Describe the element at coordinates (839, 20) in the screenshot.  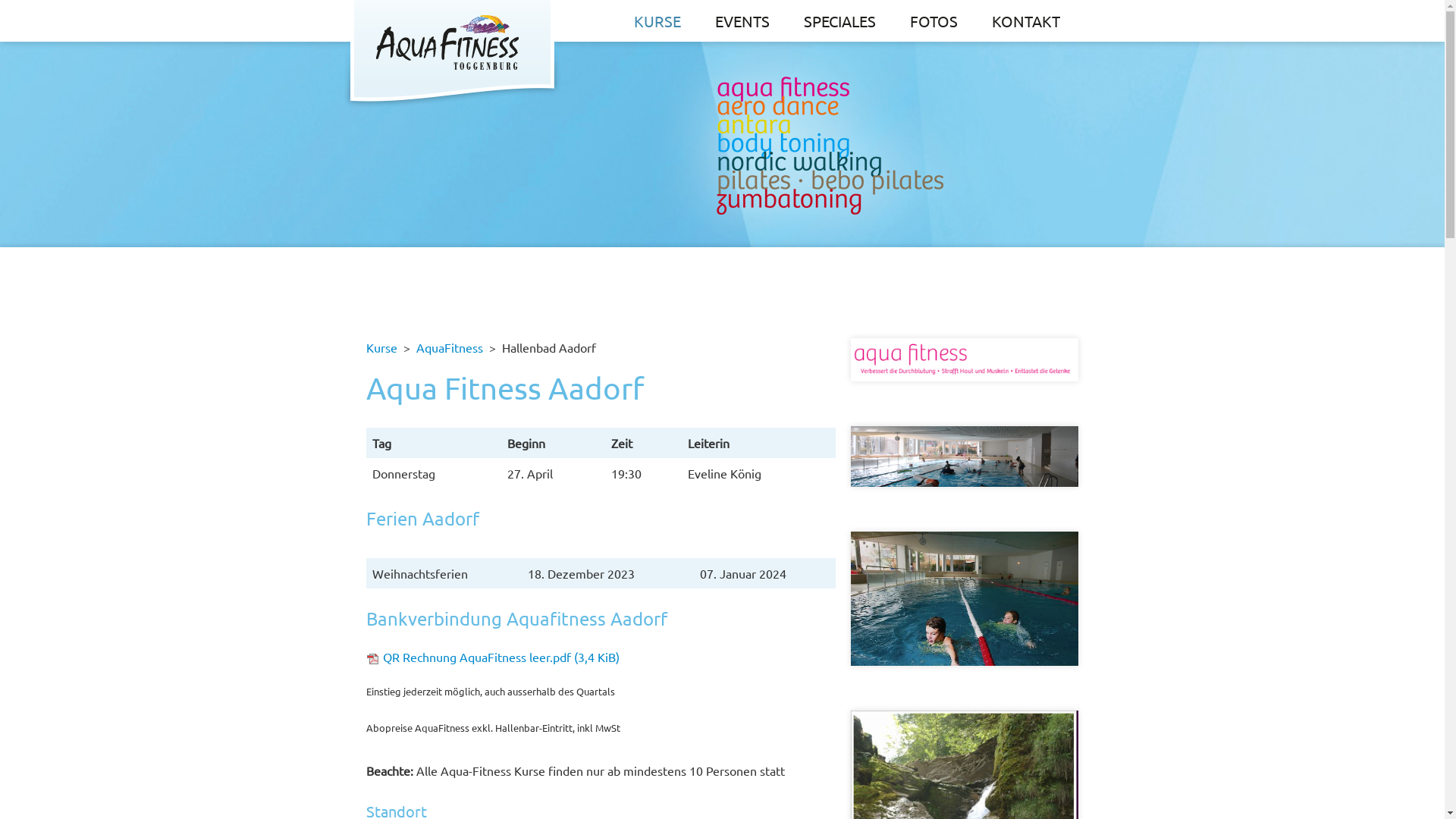
I see `'SPECIALES'` at that location.